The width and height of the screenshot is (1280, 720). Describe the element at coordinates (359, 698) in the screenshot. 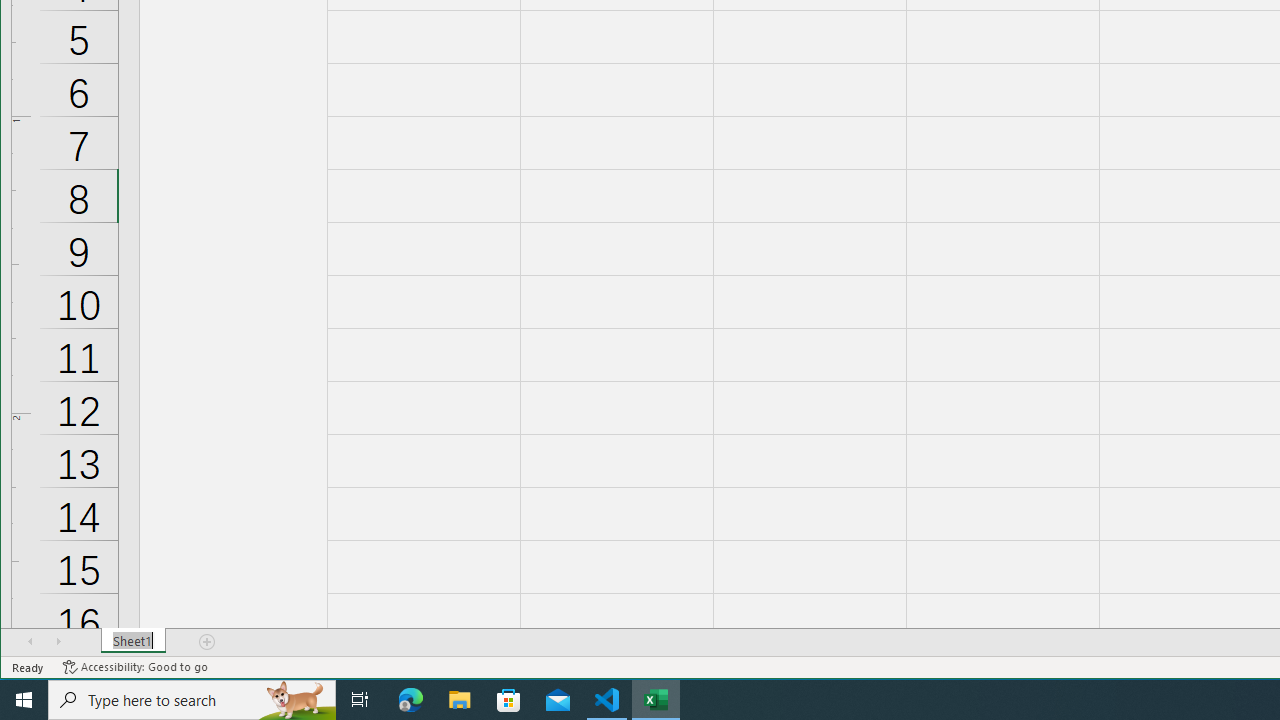

I see `'Task View'` at that location.